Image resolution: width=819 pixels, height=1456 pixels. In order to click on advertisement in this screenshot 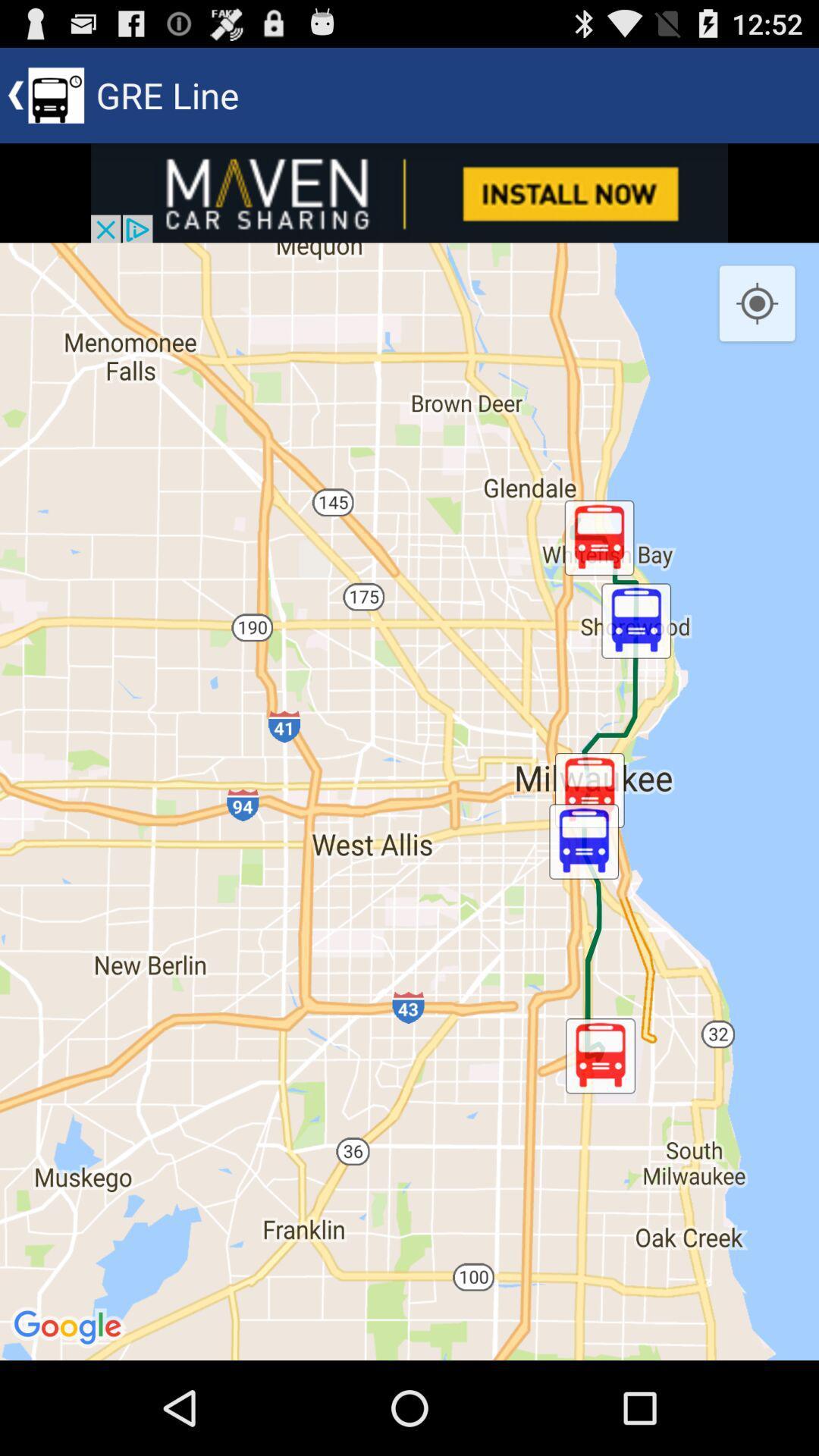, I will do `click(409, 192)`.